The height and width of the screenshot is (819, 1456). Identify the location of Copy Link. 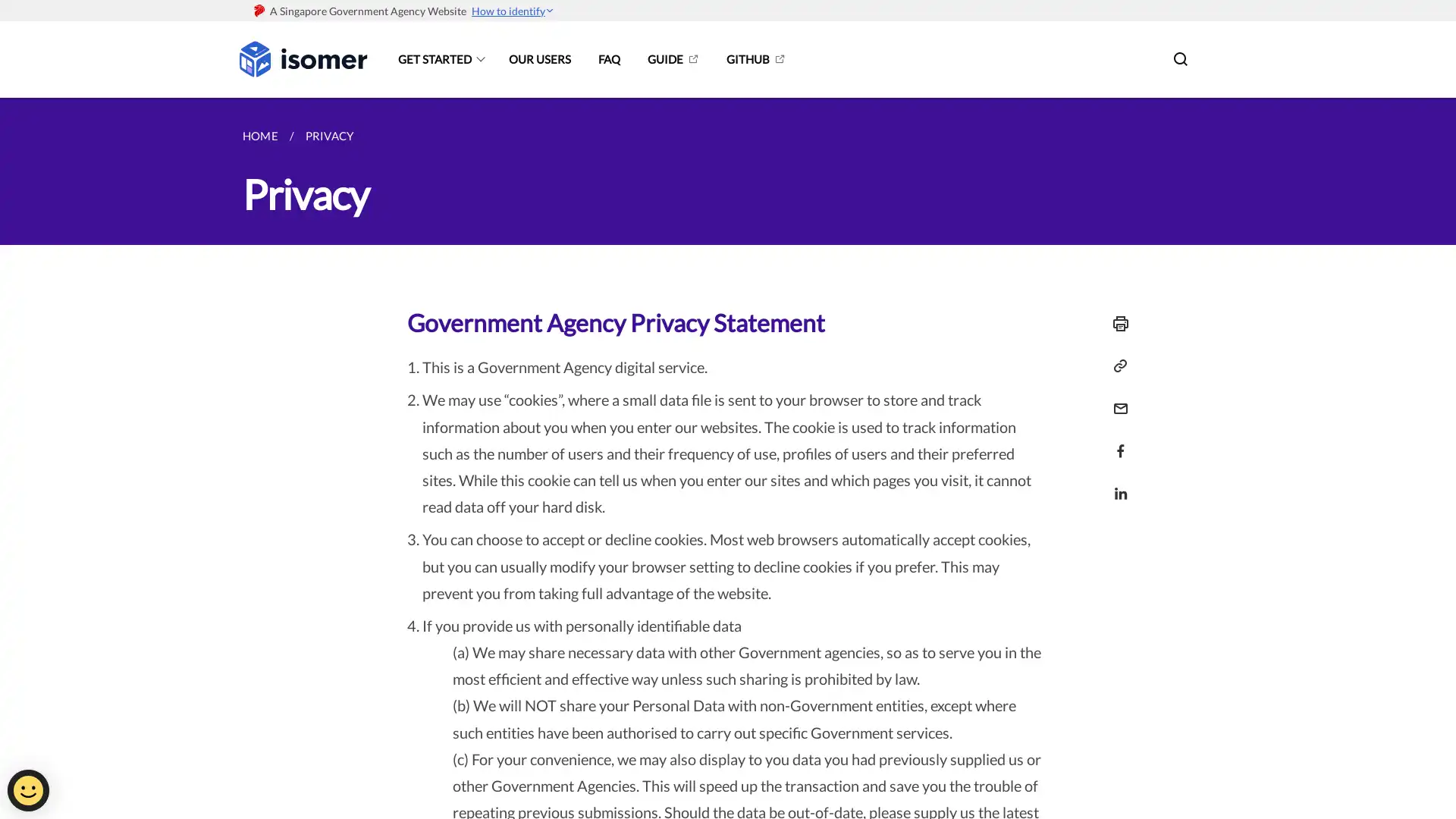
(1116, 366).